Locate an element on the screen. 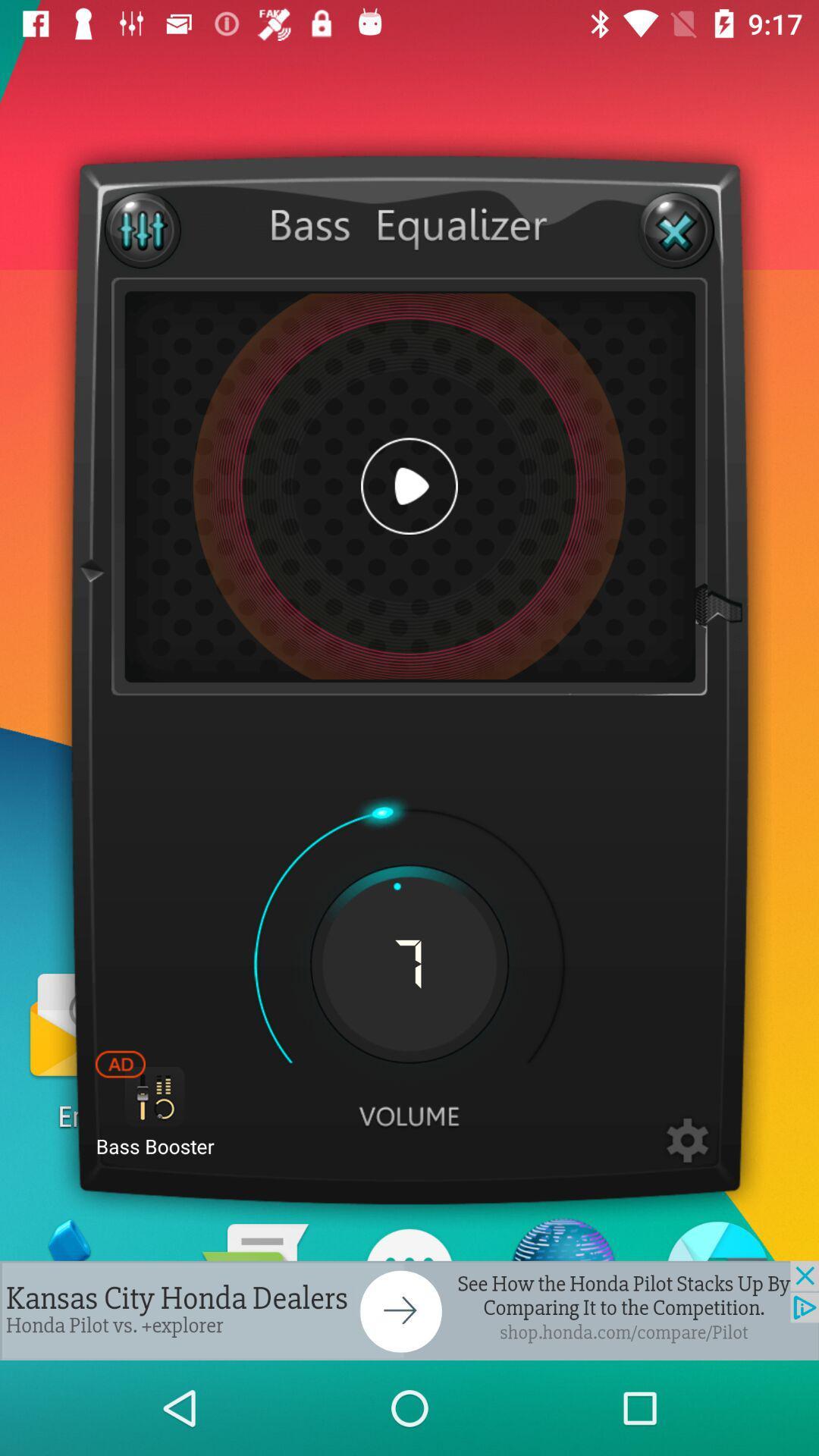 The height and width of the screenshot is (1456, 819). the play icon is located at coordinates (409, 486).